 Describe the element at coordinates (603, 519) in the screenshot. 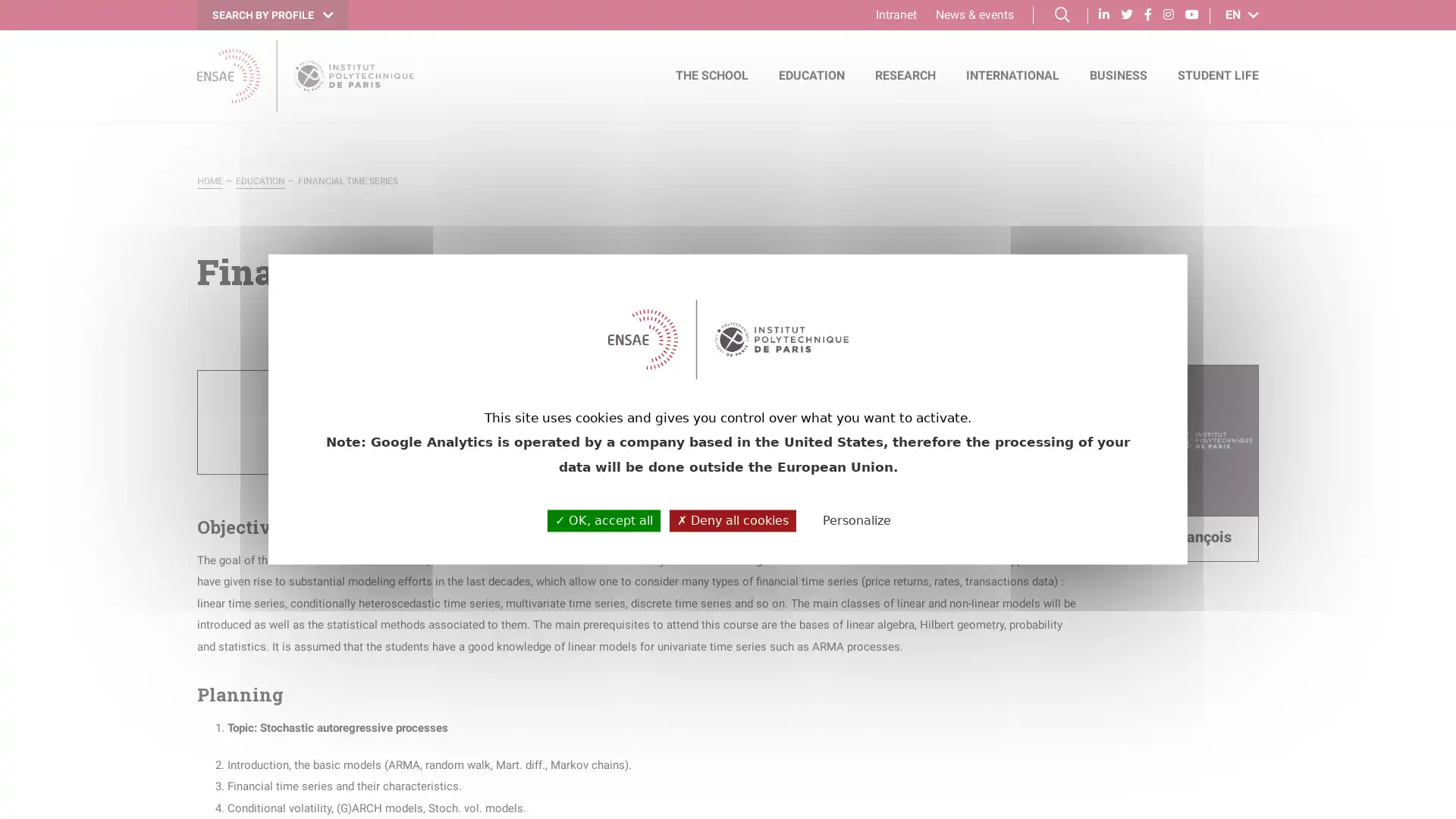

I see `OK, accept all` at that location.